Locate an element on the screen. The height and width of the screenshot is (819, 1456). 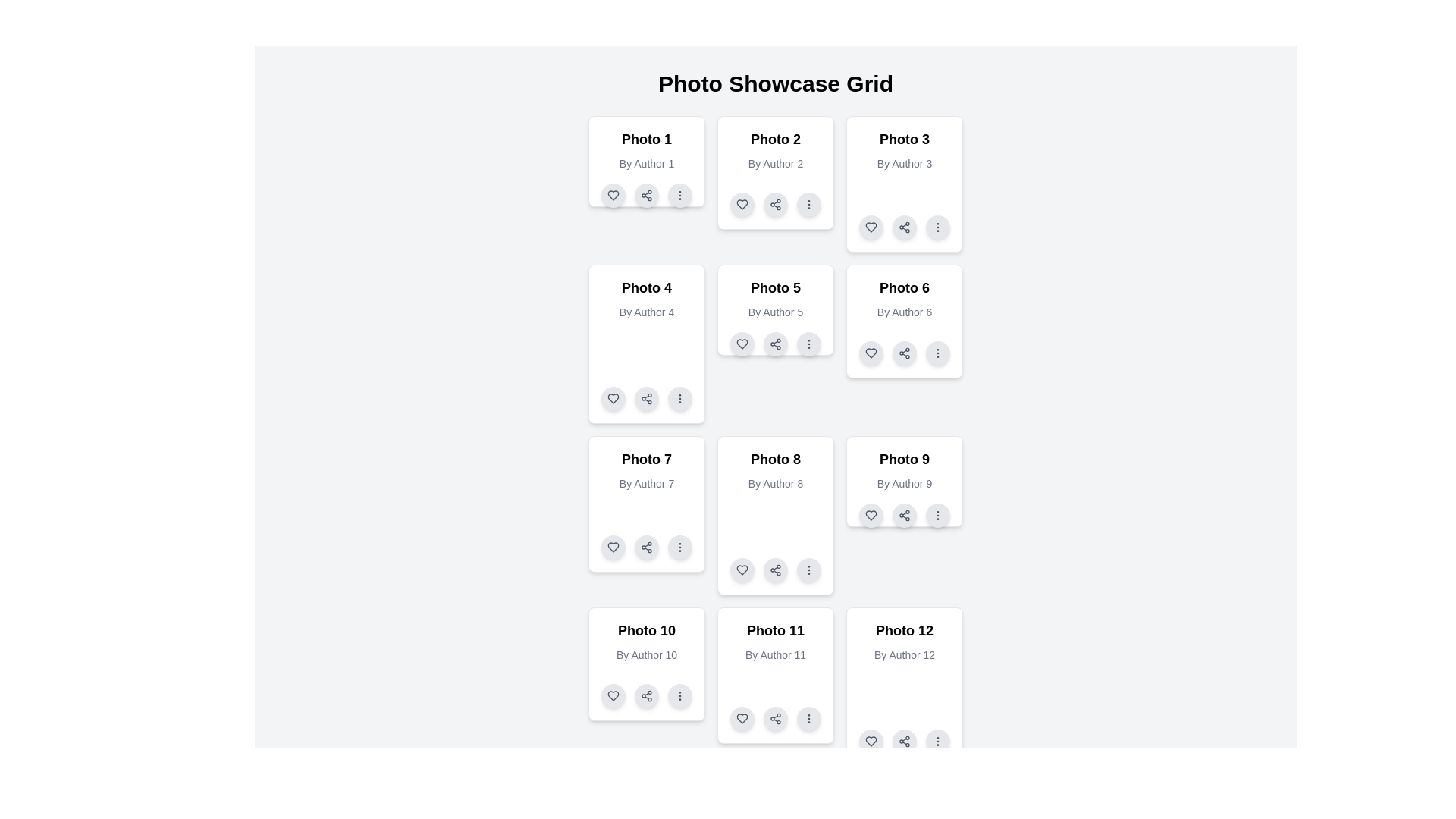
the small circular share button with a gray background and a share icon, located between the heart button and the ellipsis button at the bottom of the card for 'Photo 10' by 'Author 10' to change its background color is located at coordinates (647, 696).